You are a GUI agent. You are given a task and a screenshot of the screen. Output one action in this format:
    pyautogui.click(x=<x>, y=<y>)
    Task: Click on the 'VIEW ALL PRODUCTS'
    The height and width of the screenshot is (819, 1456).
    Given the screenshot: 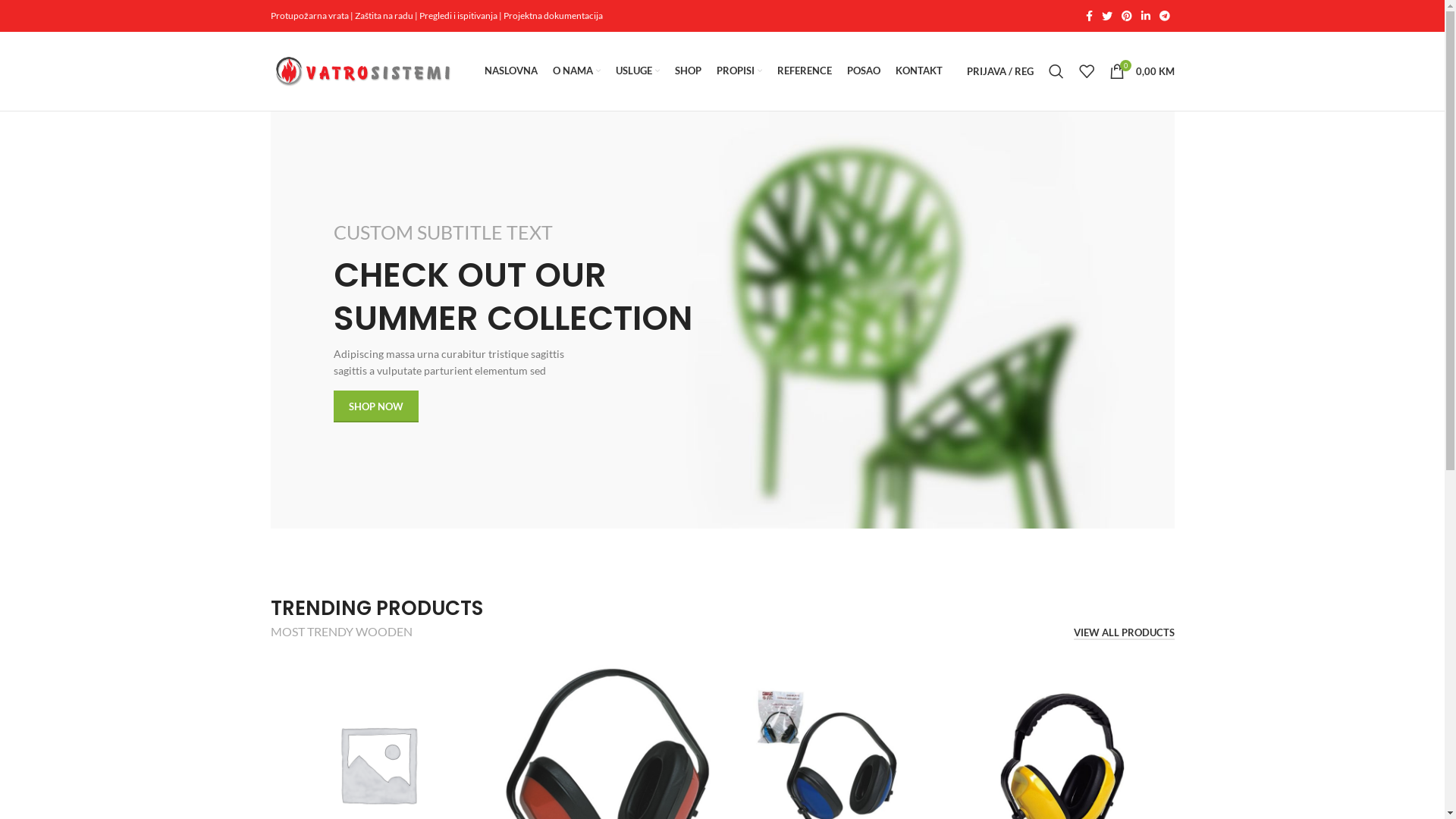 What is the action you would take?
    pyautogui.click(x=1124, y=634)
    